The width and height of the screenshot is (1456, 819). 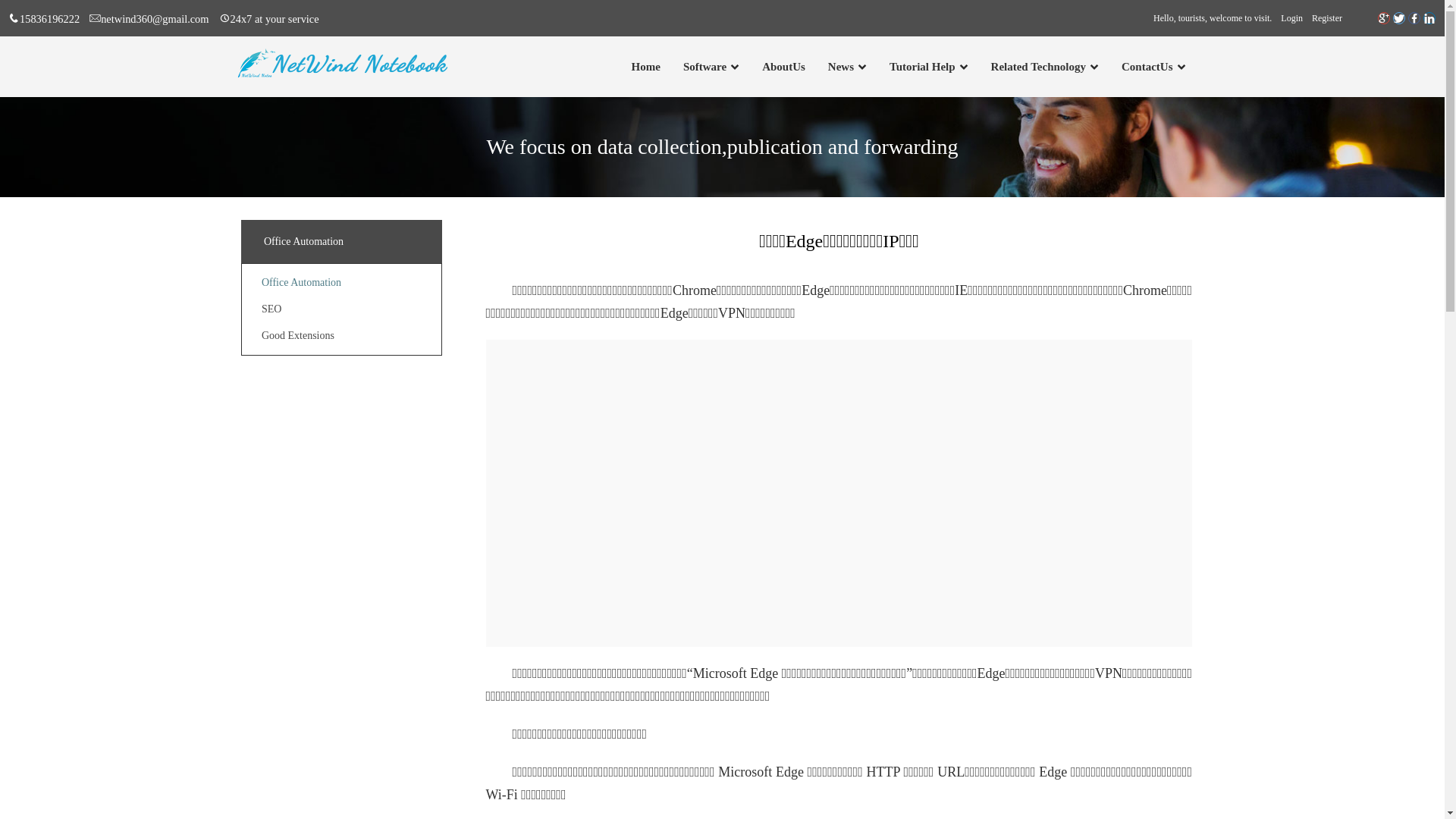 I want to click on 'ContactUs', so click(x=1121, y=66).